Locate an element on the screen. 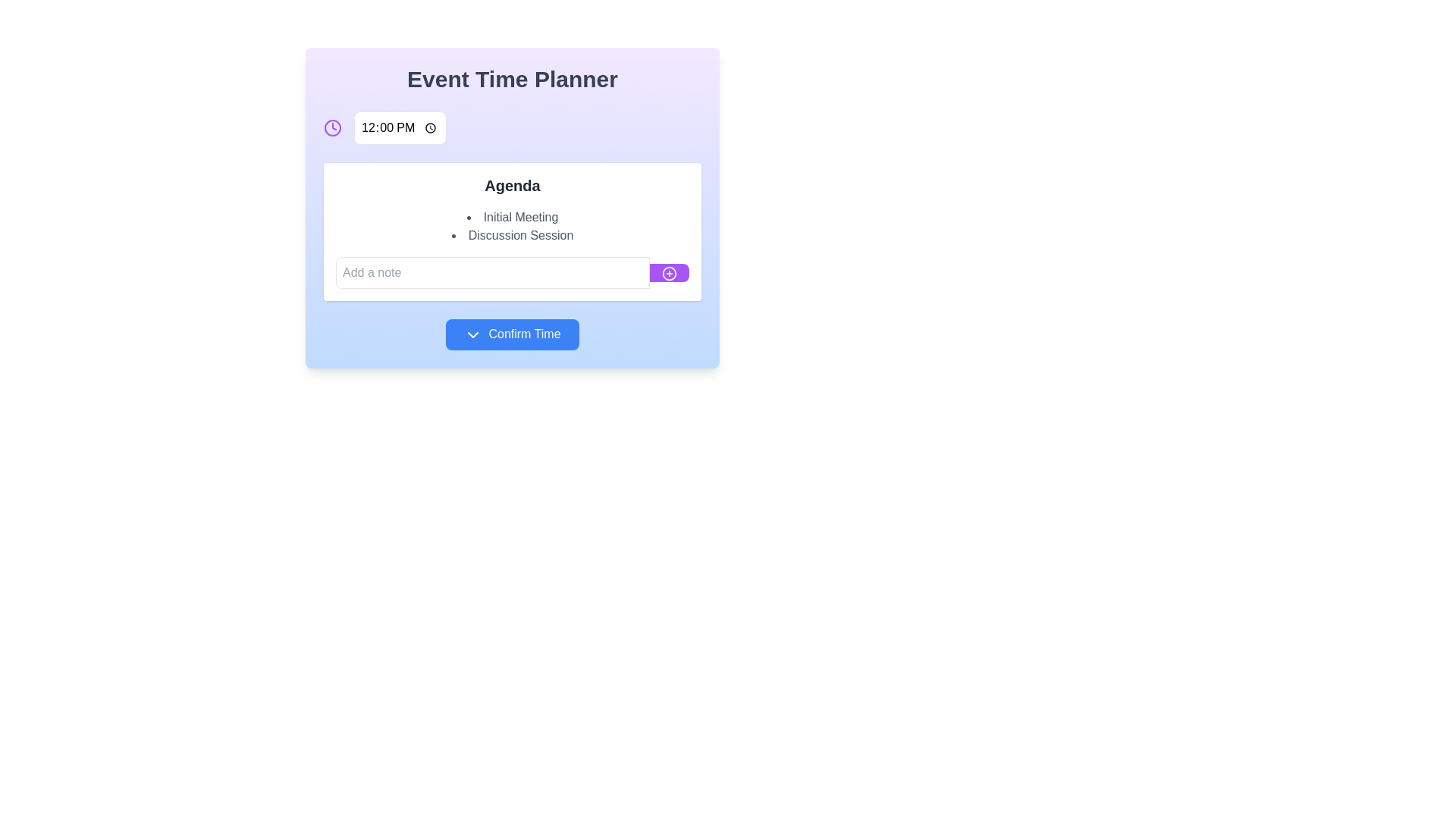 Image resolution: width=1456 pixels, height=819 pixels. the Time input field located at the top left of the card is located at coordinates (400, 127).